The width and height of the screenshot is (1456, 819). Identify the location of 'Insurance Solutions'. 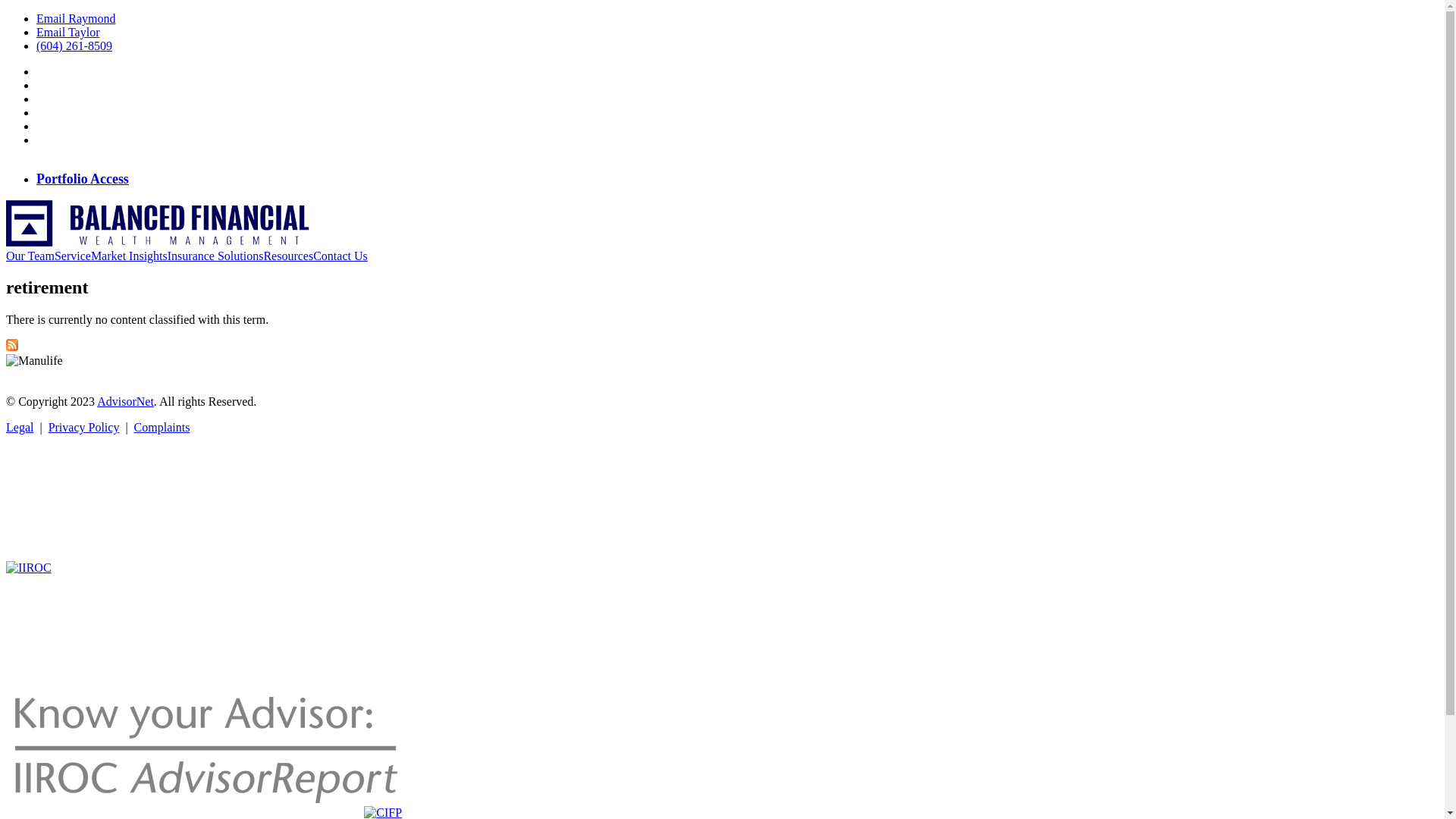
(167, 256).